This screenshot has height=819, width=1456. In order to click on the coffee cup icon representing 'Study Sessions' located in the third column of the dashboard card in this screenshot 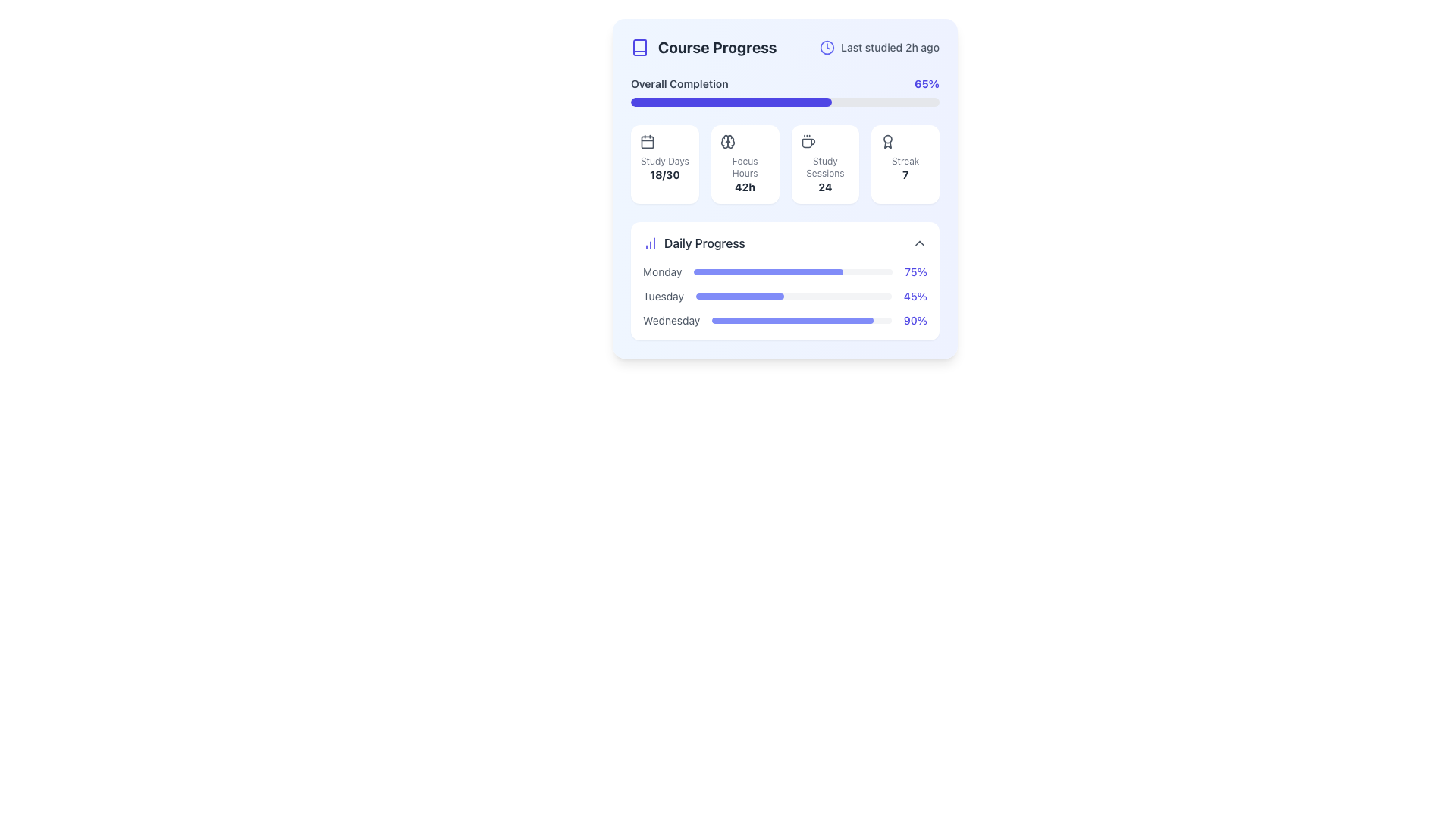, I will do `click(807, 141)`.